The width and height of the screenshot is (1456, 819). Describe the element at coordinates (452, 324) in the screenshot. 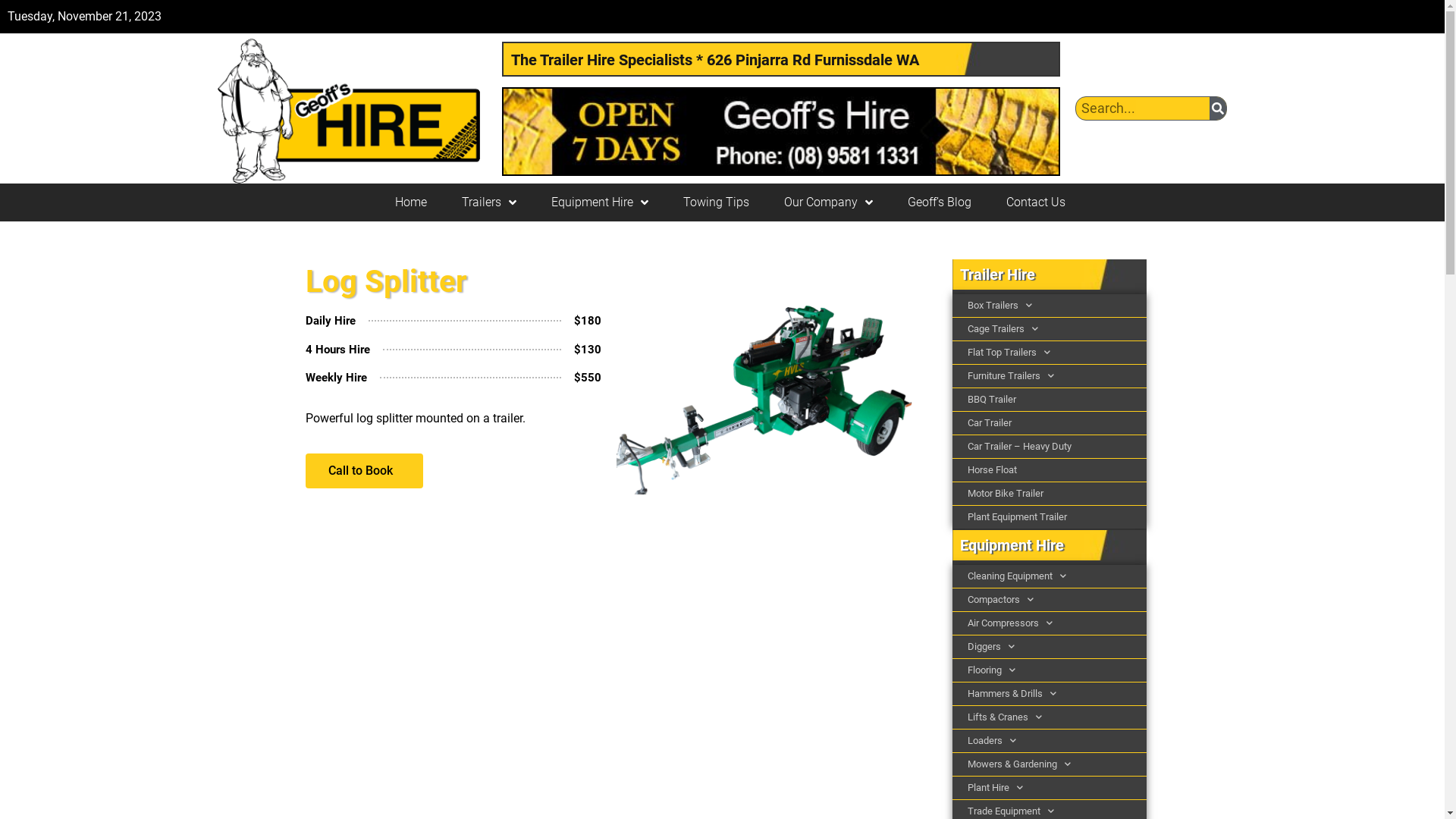

I see `'Daily Hire` at that location.